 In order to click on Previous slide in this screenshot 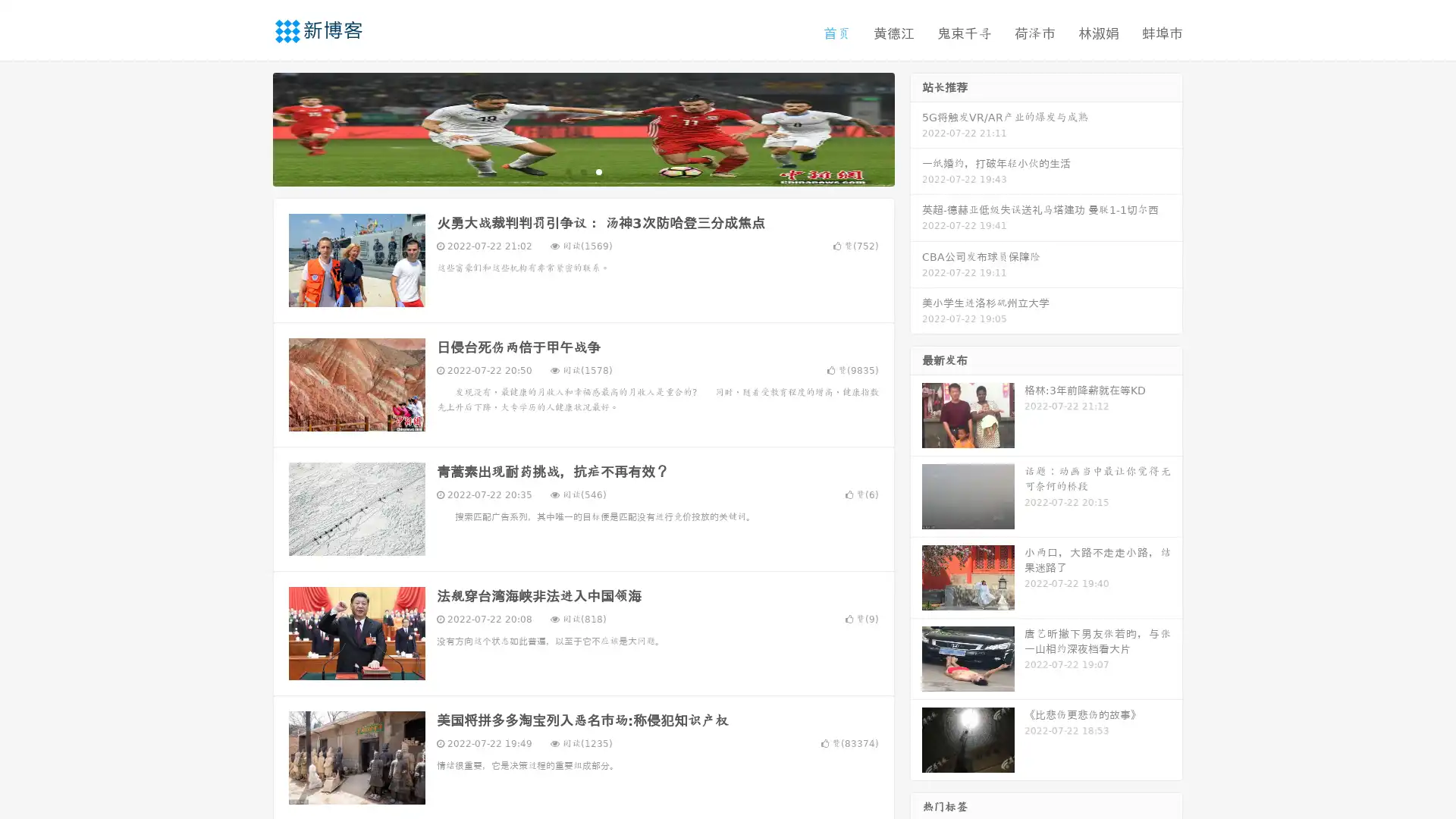, I will do `click(250, 127)`.